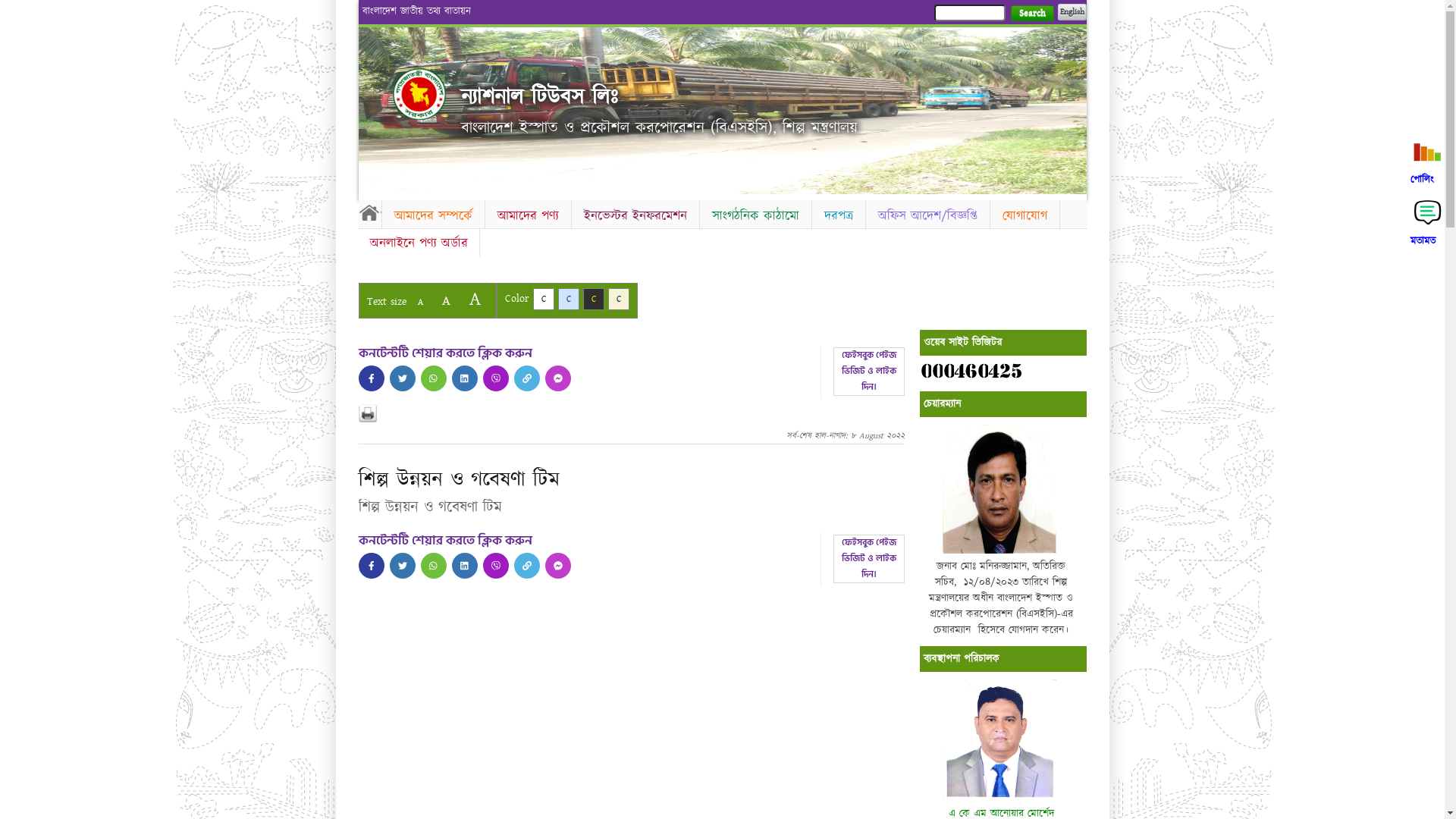 The image size is (1456, 819). Describe the element at coordinates (444, 300) in the screenshot. I see `'A'` at that location.